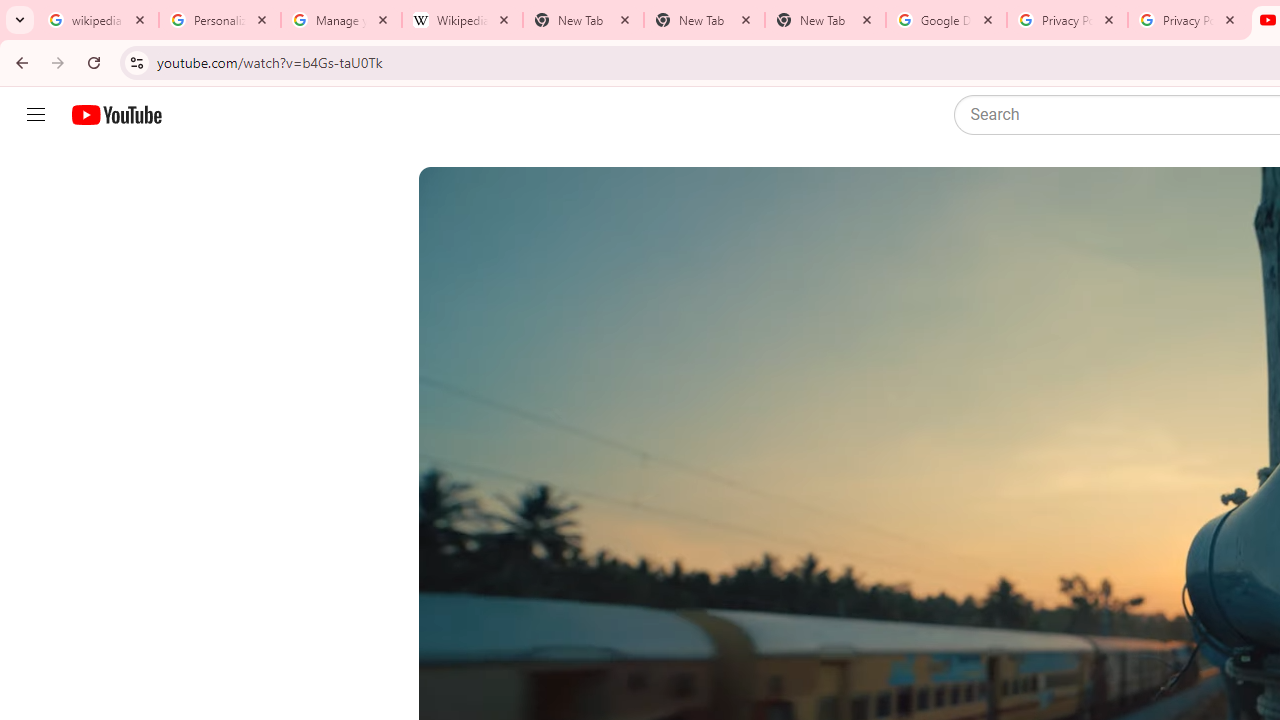 The image size is (1280, 720). What do you see at coordinates (461, 20) in the screenshot?
I see `'Wikipedia:Edit requests - Wikipedia'` at bounding box center [461, 20].